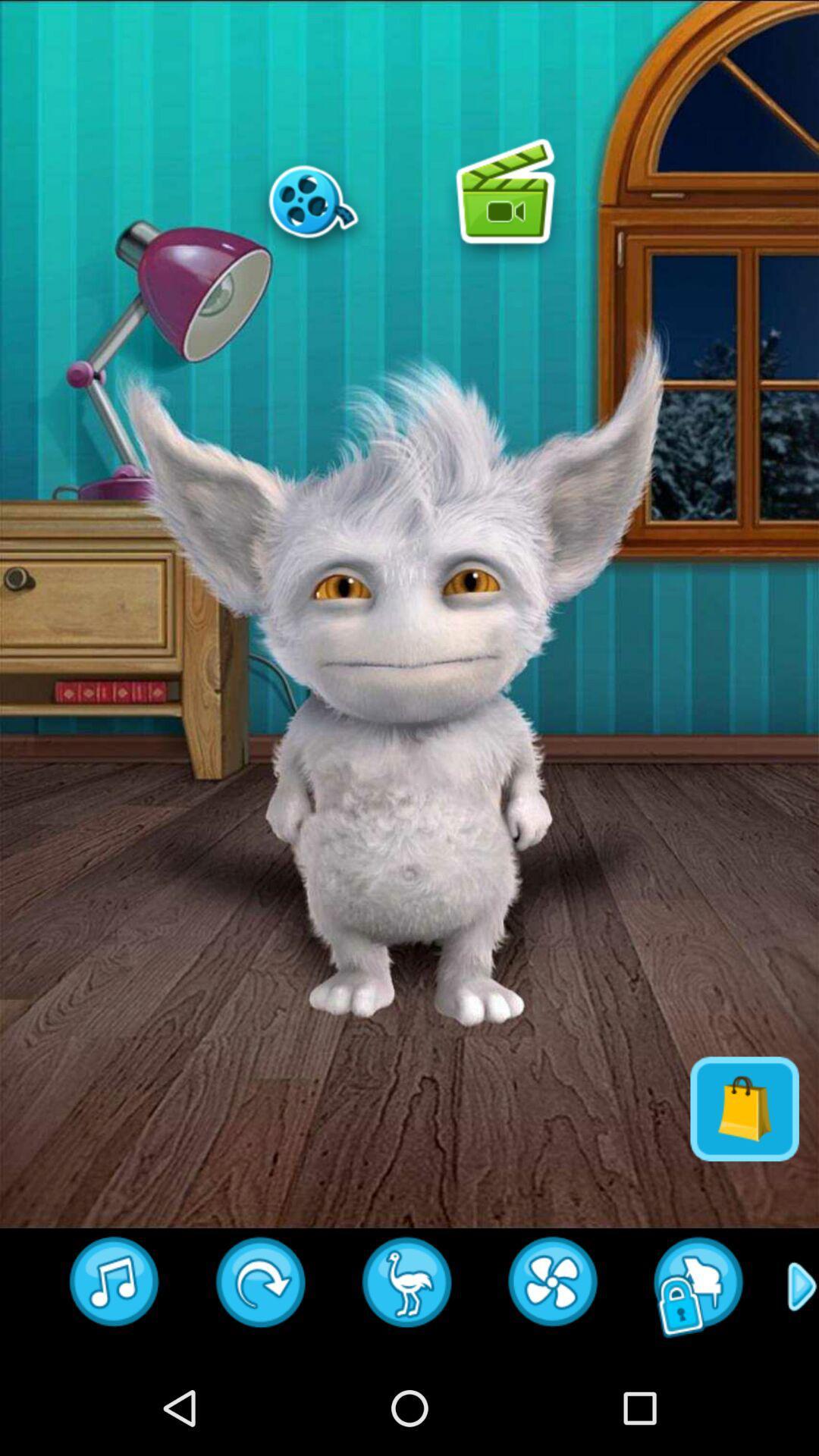  I want to click on search, so click(699, 1286).